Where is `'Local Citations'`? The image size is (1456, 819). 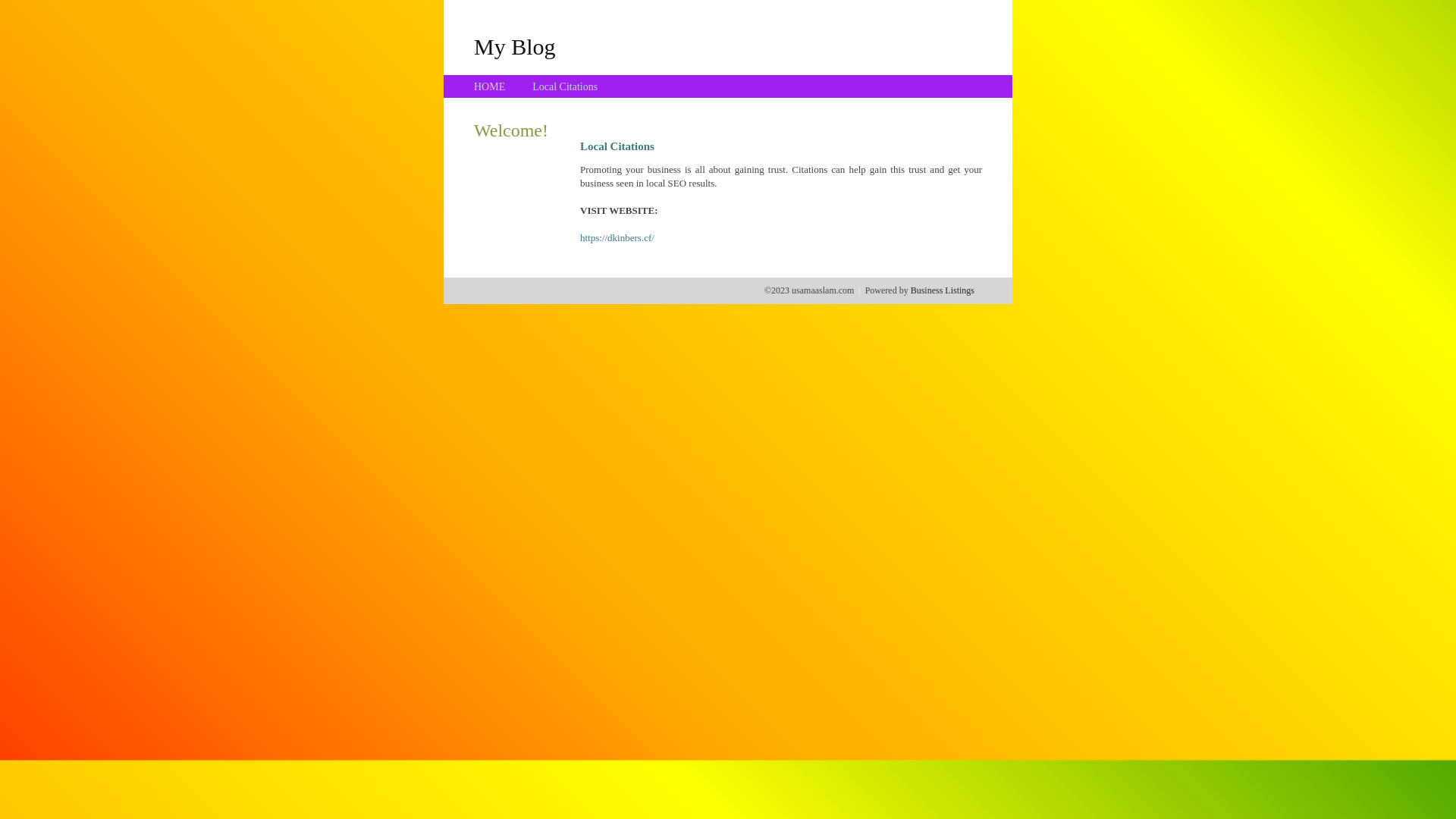
'Local Citations' is located at coordinates (563, 86).